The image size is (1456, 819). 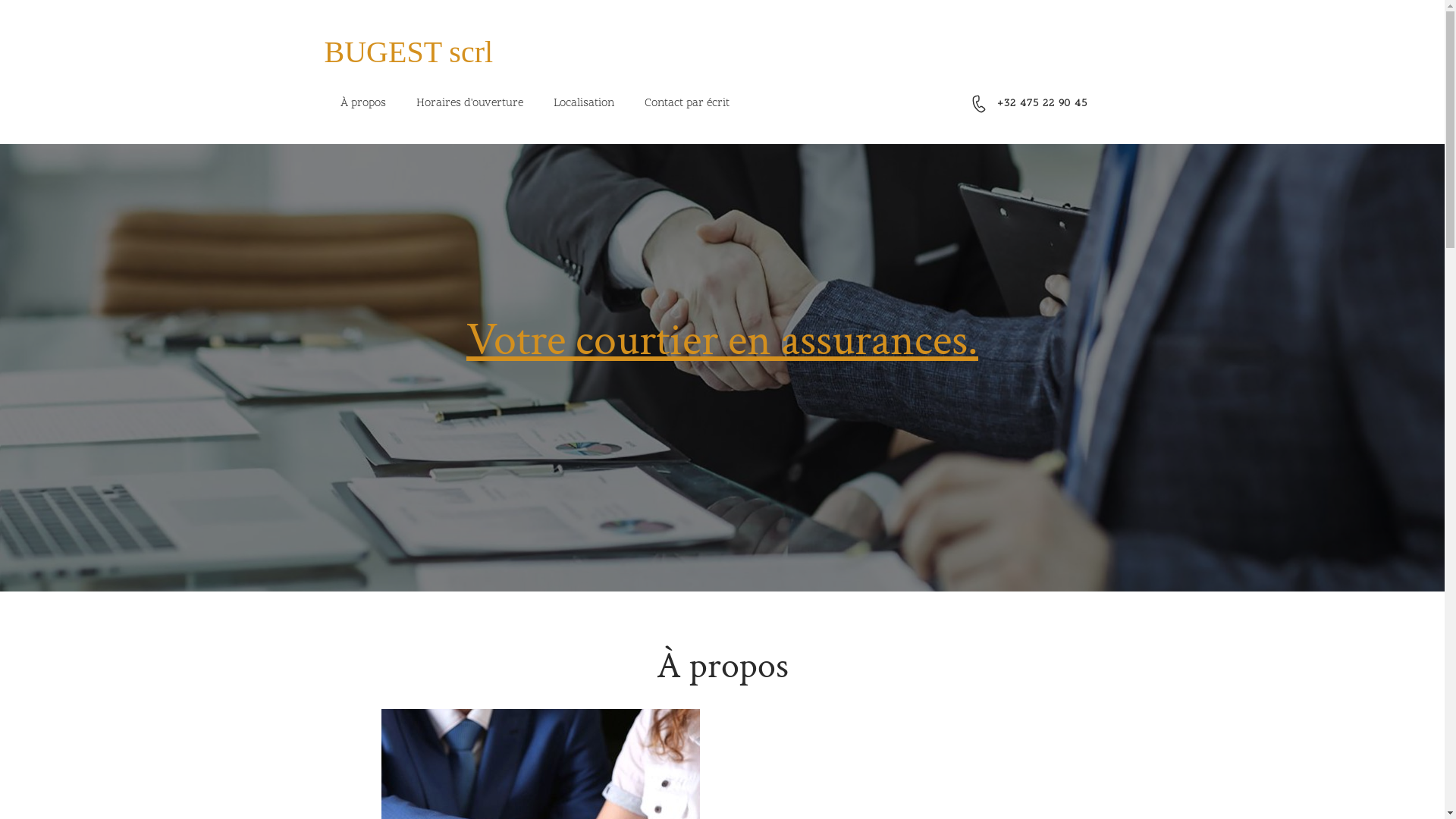 I want to click on 'Horaires d'ouverture', so click(x=468, y=103).